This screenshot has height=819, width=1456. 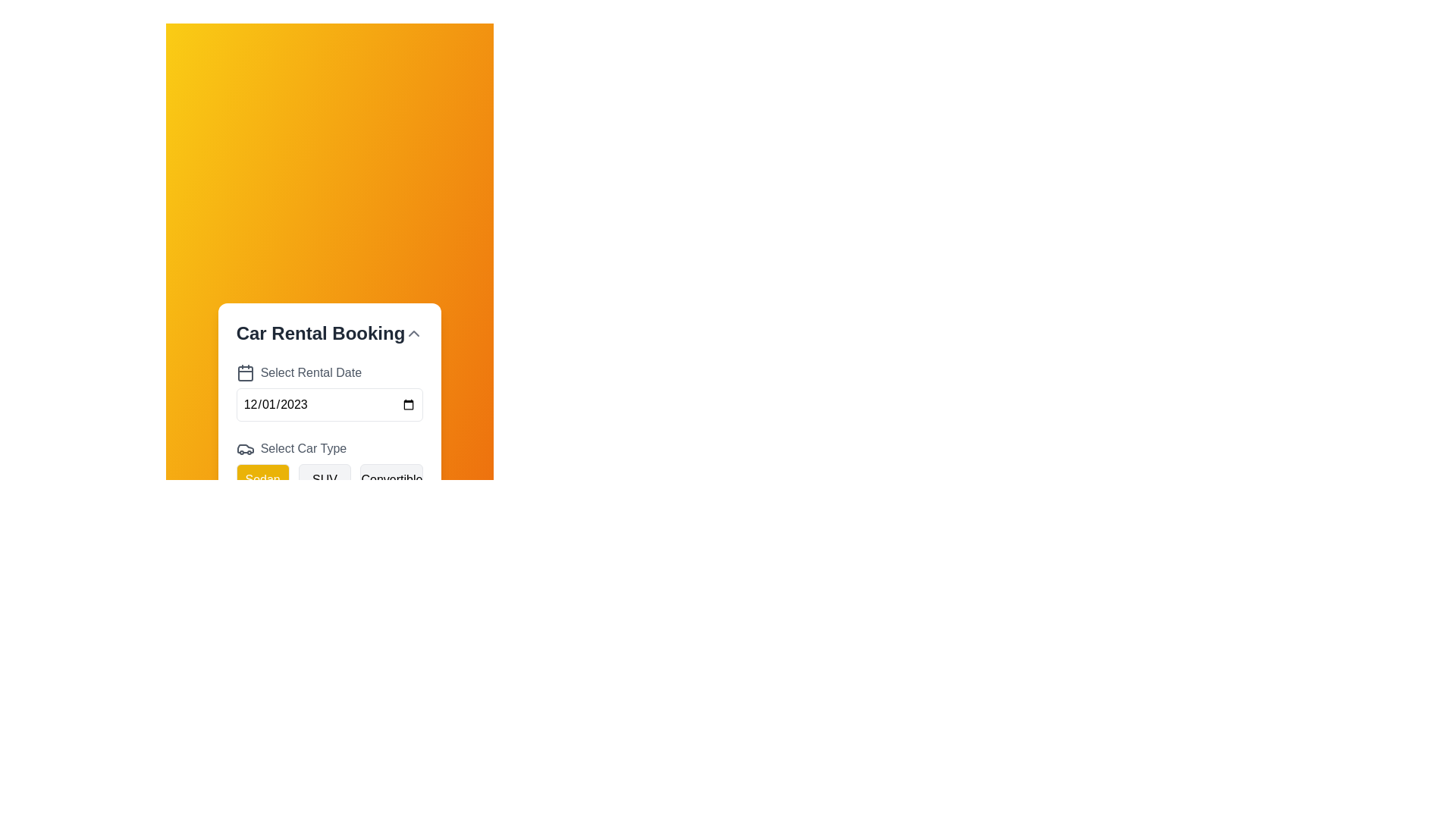 I want to click on the date input field styled with a rounded border, currently displaying '12/01/2023', to manually input a date, so click(x=329, y=403).